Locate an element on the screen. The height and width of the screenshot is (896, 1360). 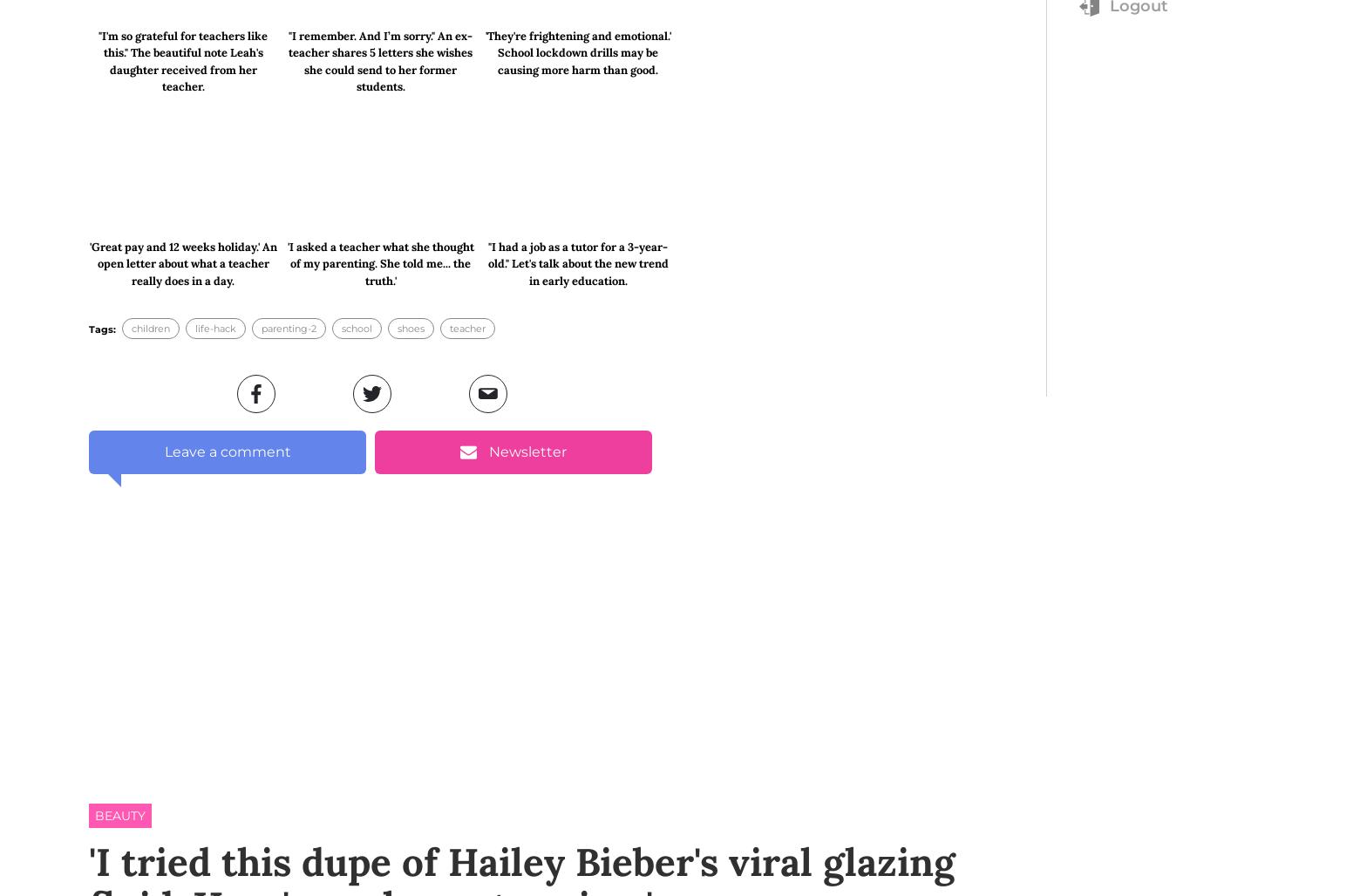
'esmi Skin Minerals' is located at coordinates (289, 587).